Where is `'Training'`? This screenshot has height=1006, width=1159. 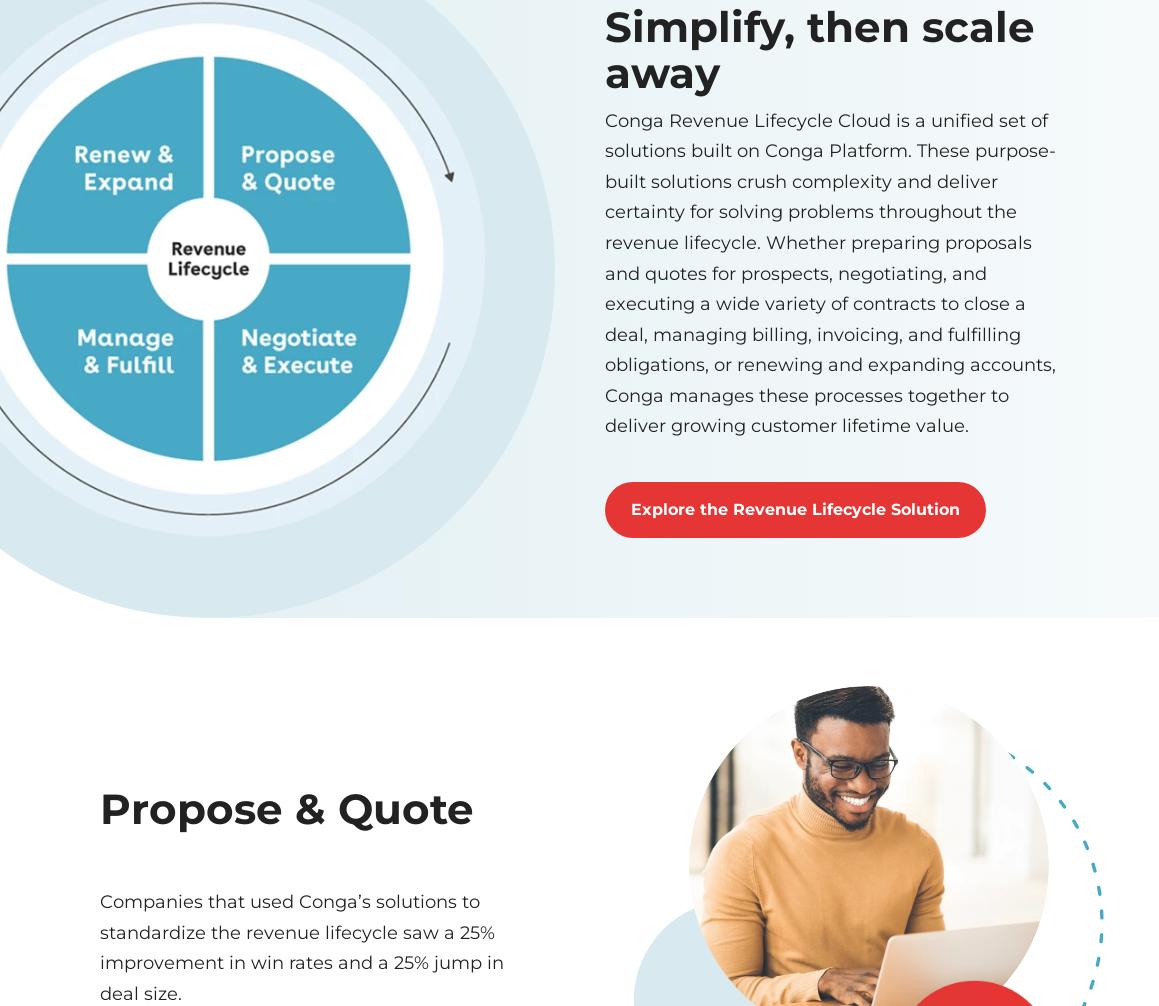 'Training' is located at coordinates (785, 724).